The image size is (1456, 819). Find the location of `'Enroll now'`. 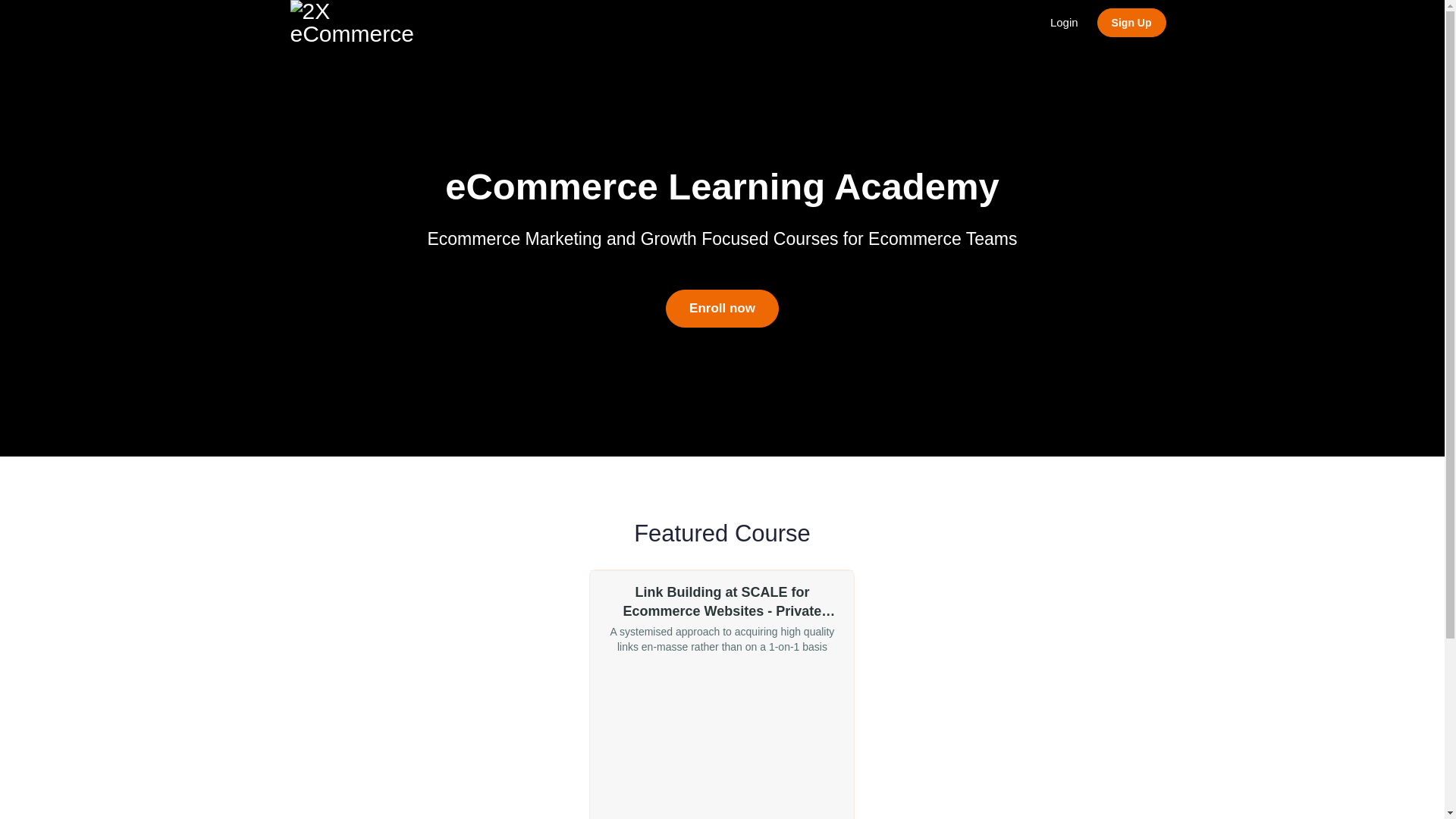

'Enroll now' is located at coordinates (721, 308).